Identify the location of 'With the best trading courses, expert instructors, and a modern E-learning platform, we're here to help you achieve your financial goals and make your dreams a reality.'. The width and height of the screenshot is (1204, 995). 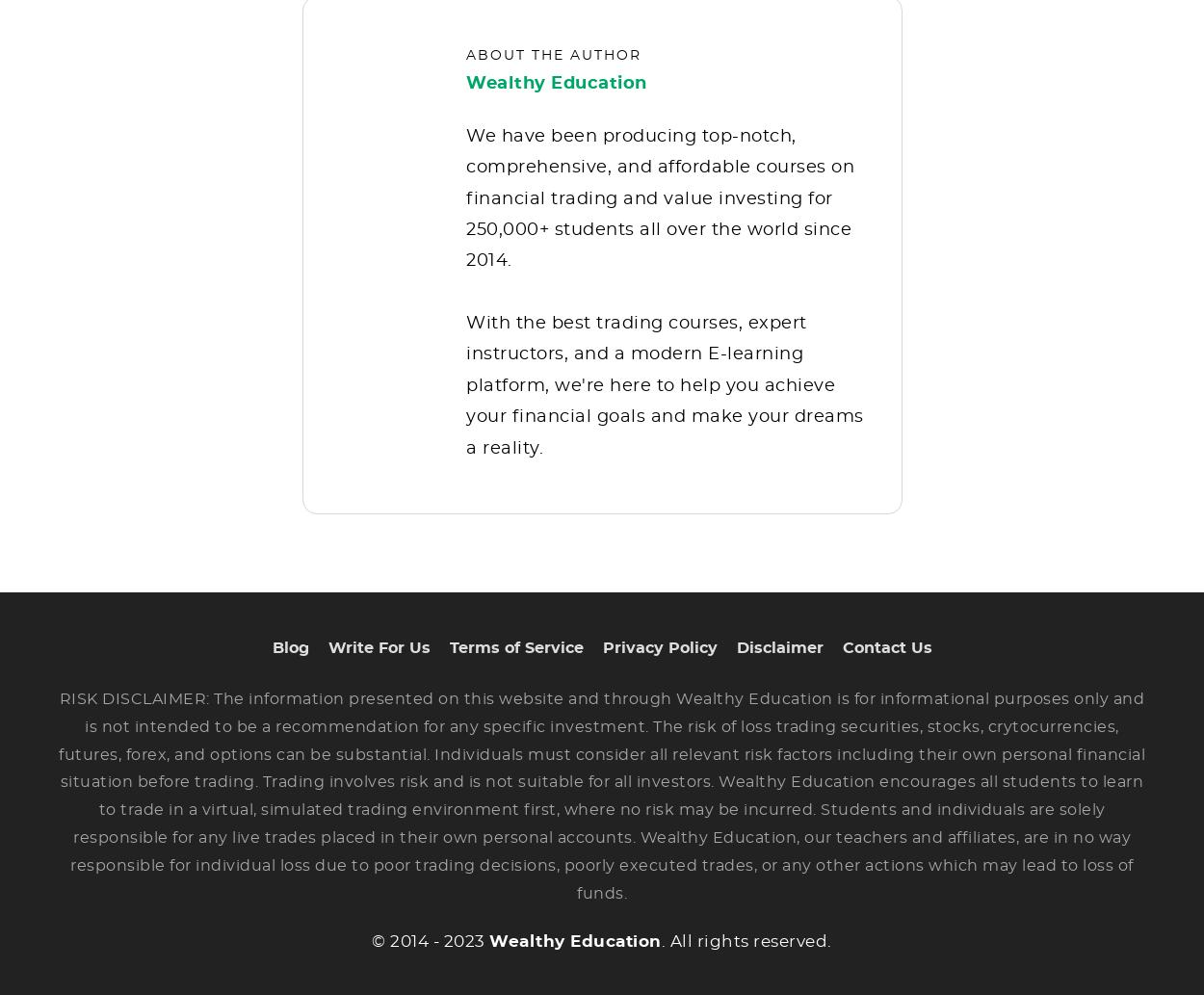
(664, 400).